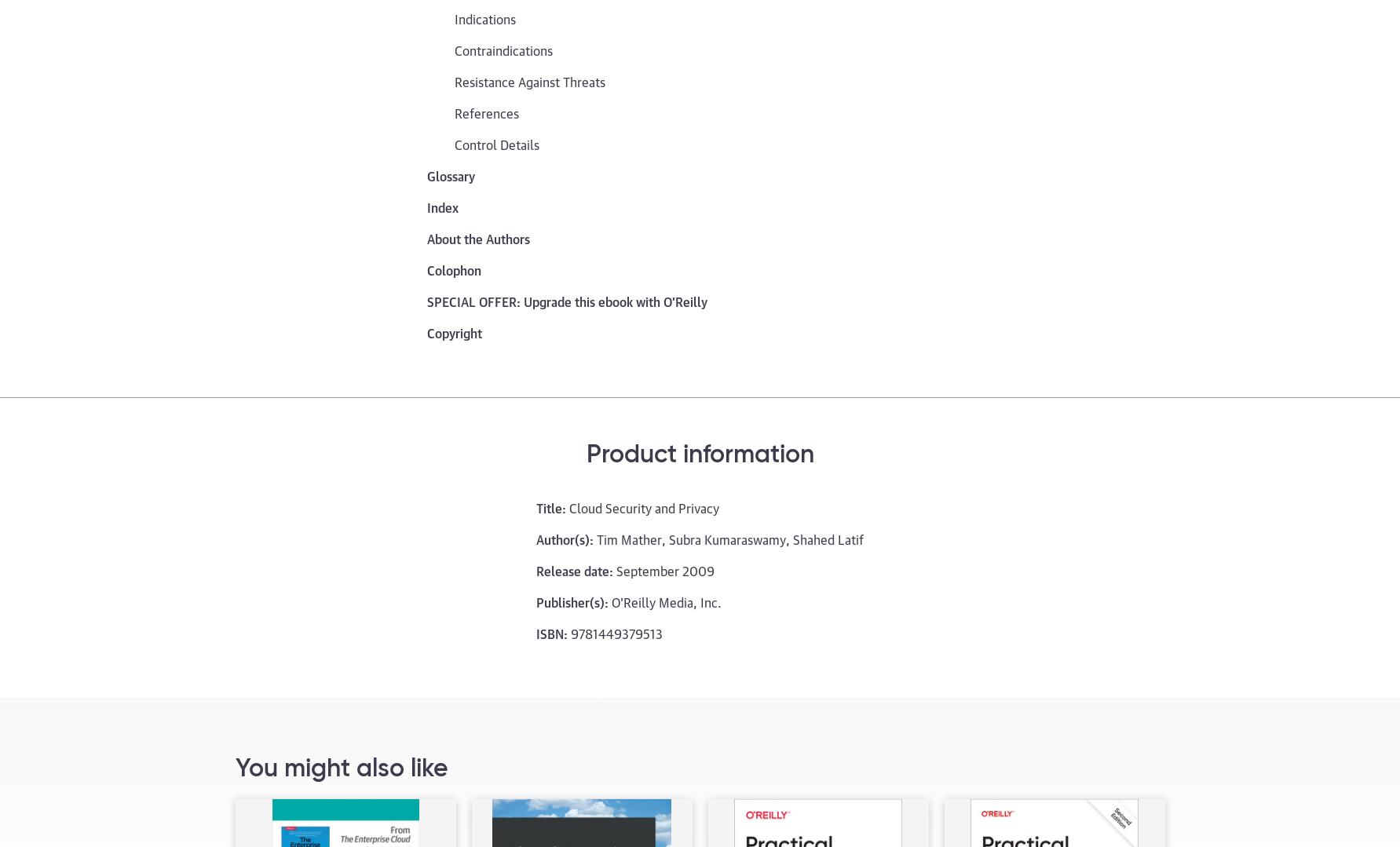 The height and width of the screenshot is (847, 1400). Describe the element at coordinates (568, 506) in the screenshot. I see `'Cloud Security and Privacy'` at that location.